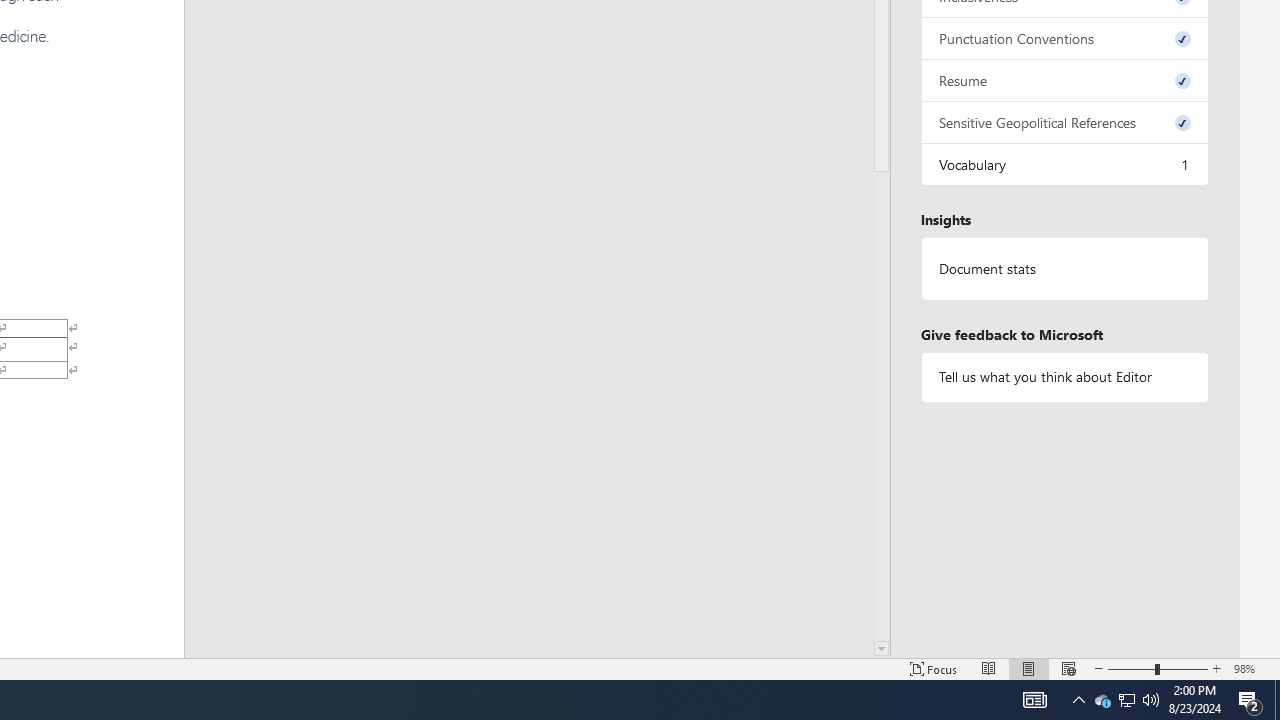 Image resolution: width=1280 pixels, height=720 pixels. Describe the element at coordinates (1158, 669) in the screenshot. I see `'Zoom'` at that location.